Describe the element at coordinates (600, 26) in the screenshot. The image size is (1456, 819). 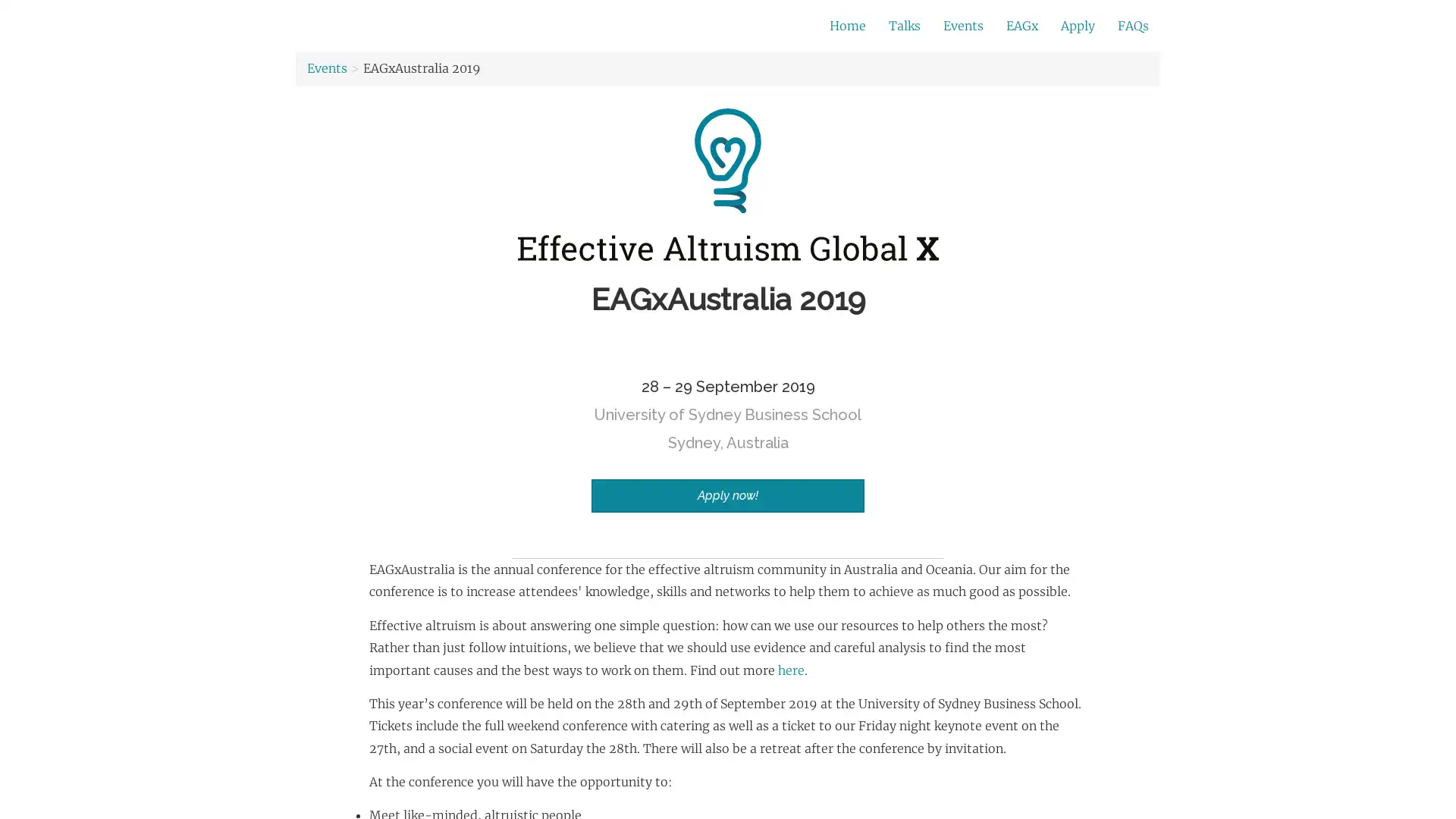
I see `Get occasional emails about effective altruism` at that location.